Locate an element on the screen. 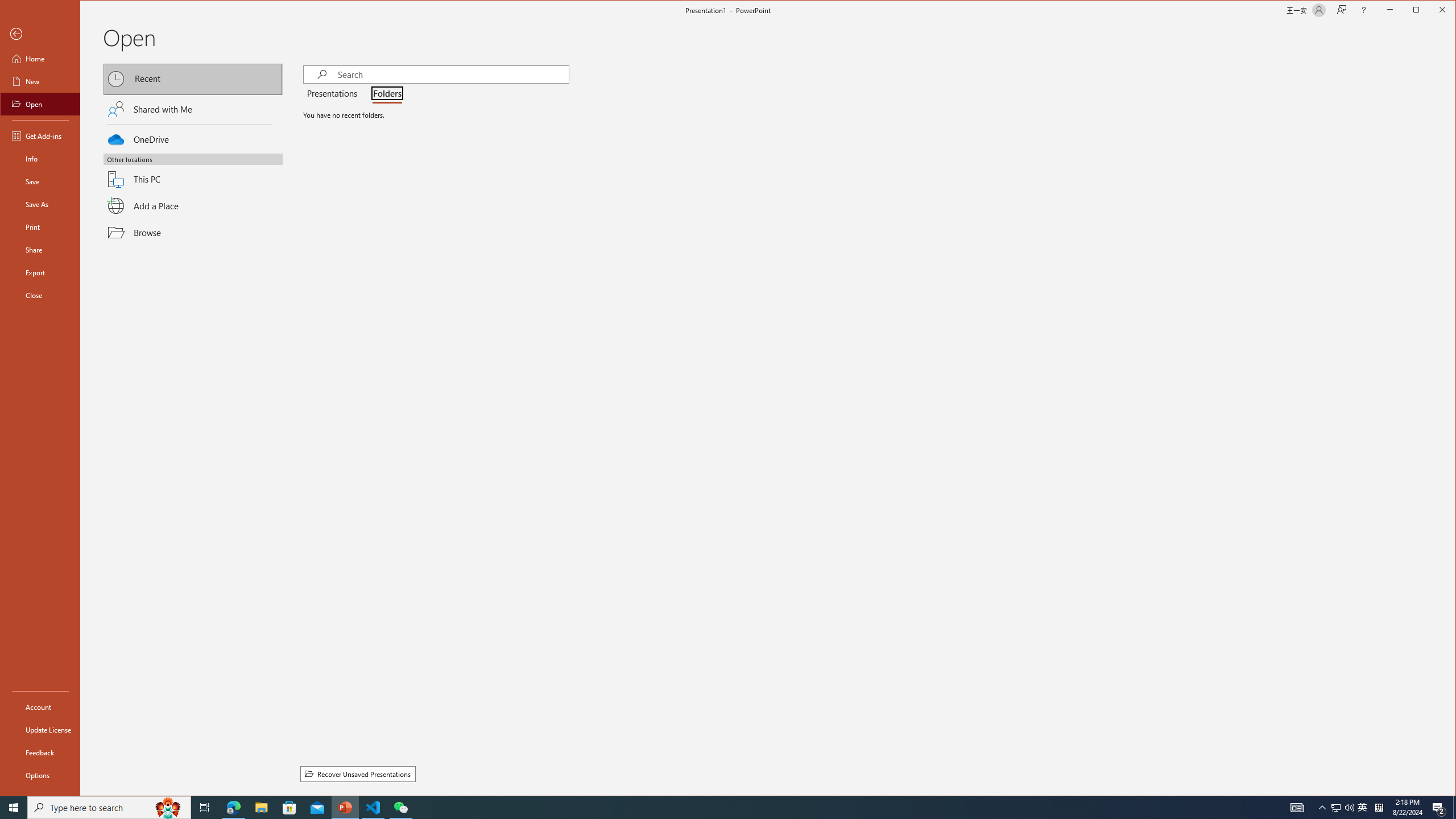 This screenshot has width=1456, height=819. 'Get Add-ins' is located at coordinates (39, 135).